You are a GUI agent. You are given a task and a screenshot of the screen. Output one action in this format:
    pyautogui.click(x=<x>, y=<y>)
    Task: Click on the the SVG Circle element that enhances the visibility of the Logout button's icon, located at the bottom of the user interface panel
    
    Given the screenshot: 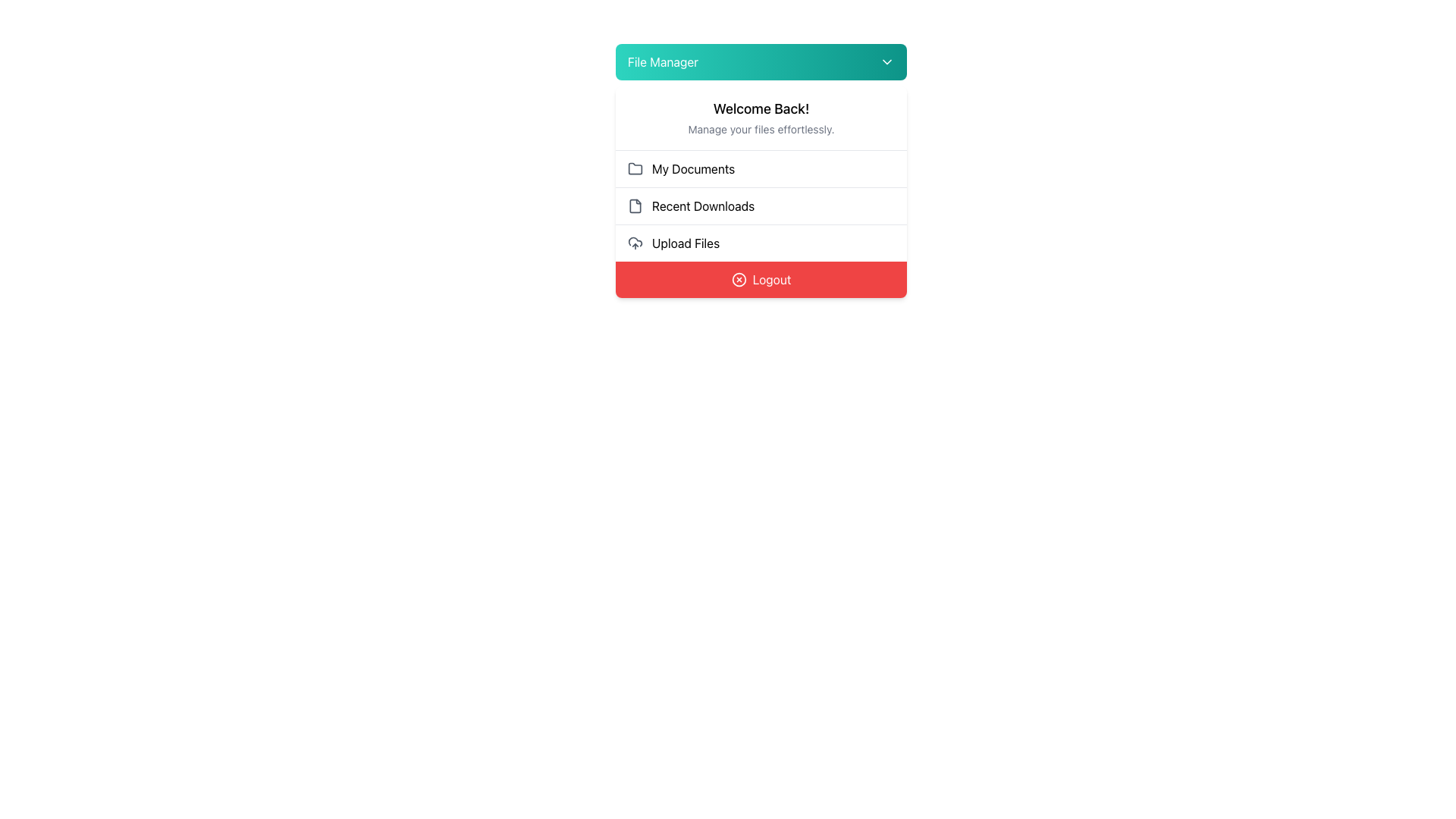 What is the action you would take?
    pyautogui.click(x=739, y=280)
    